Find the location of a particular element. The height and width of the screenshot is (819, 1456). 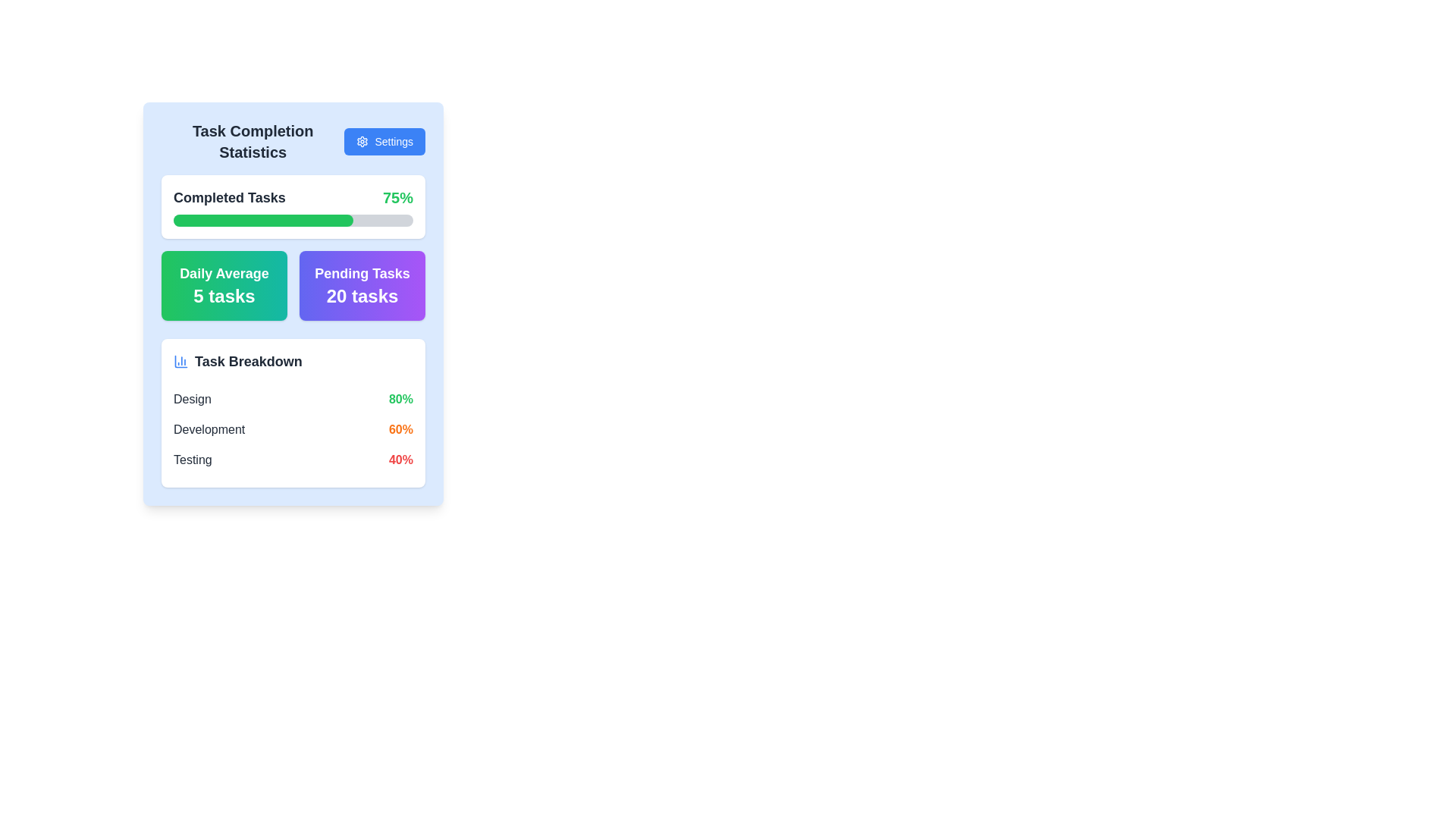

the settings icon located in the top-right corner of the 'Task Completion Statistics' card is located at coordinates (362, 141).